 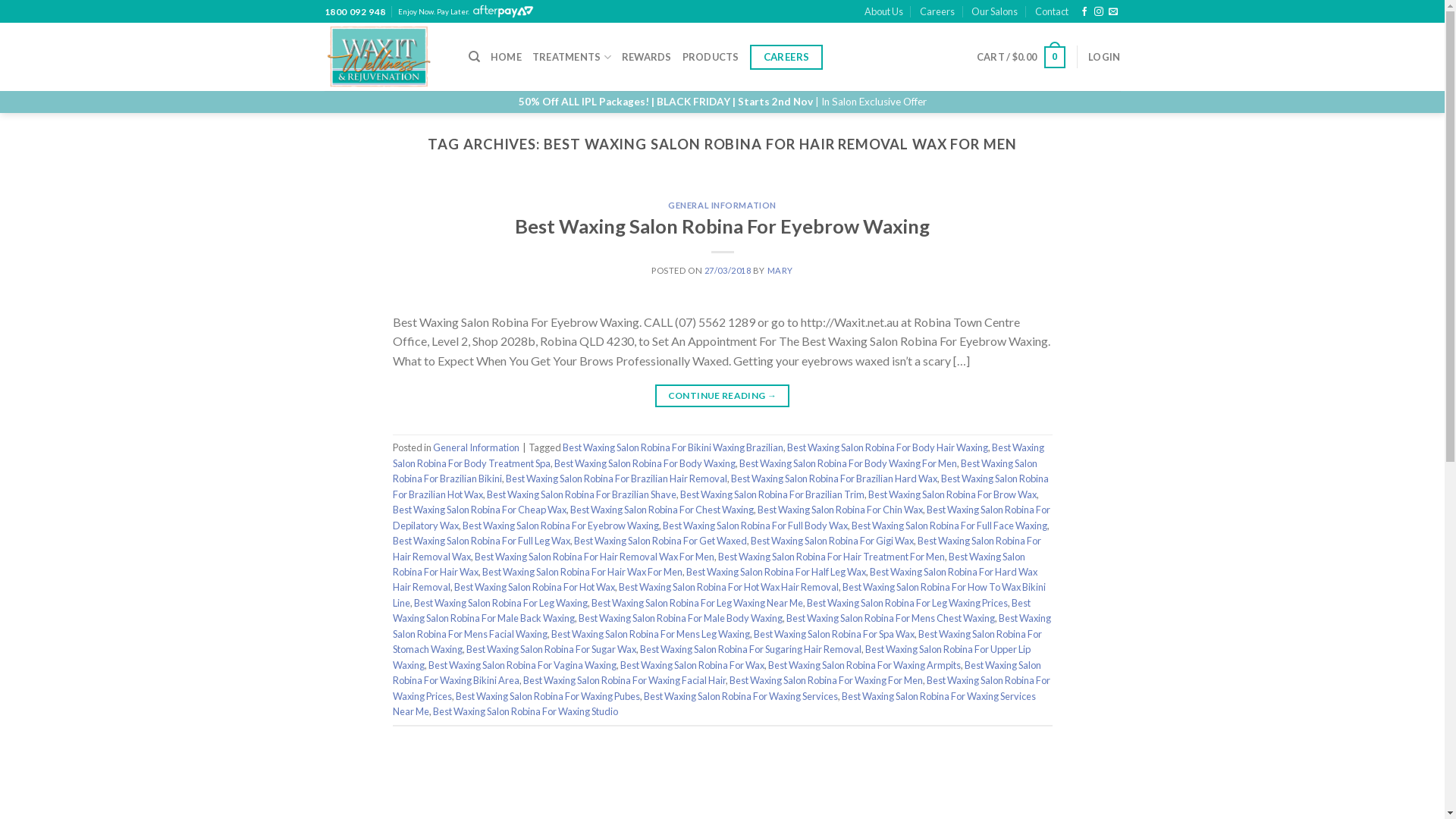 What do you see at coordinates (521, 664) in the screenshot?
I see `'Best Waxing Salon Robina For Vagina Waxing'` at bounding box center [521, 664].